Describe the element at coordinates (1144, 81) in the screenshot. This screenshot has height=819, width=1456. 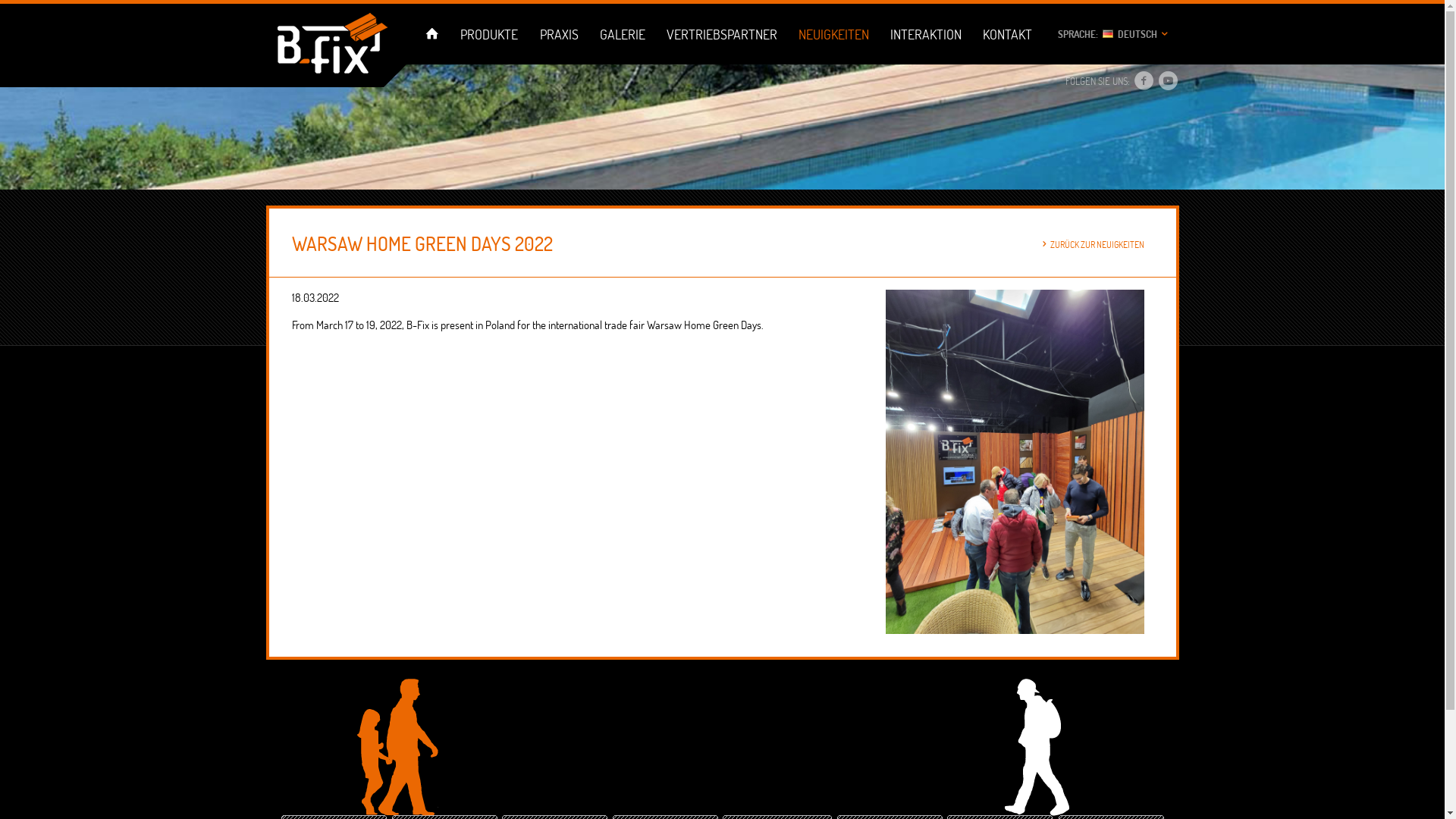
I see `'Facebook'` at that location.